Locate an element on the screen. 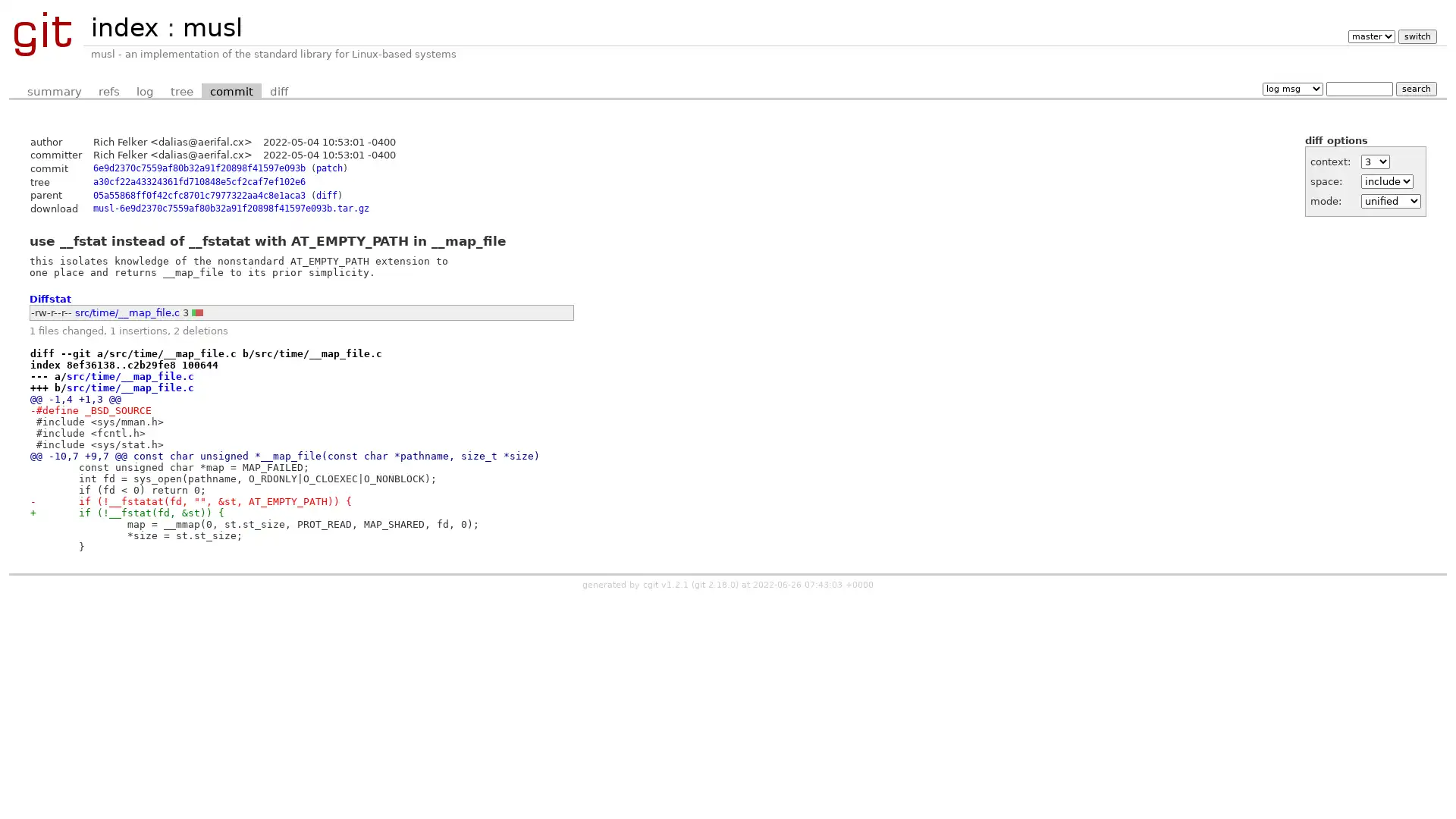  search is located at coordinates (1415, 88).